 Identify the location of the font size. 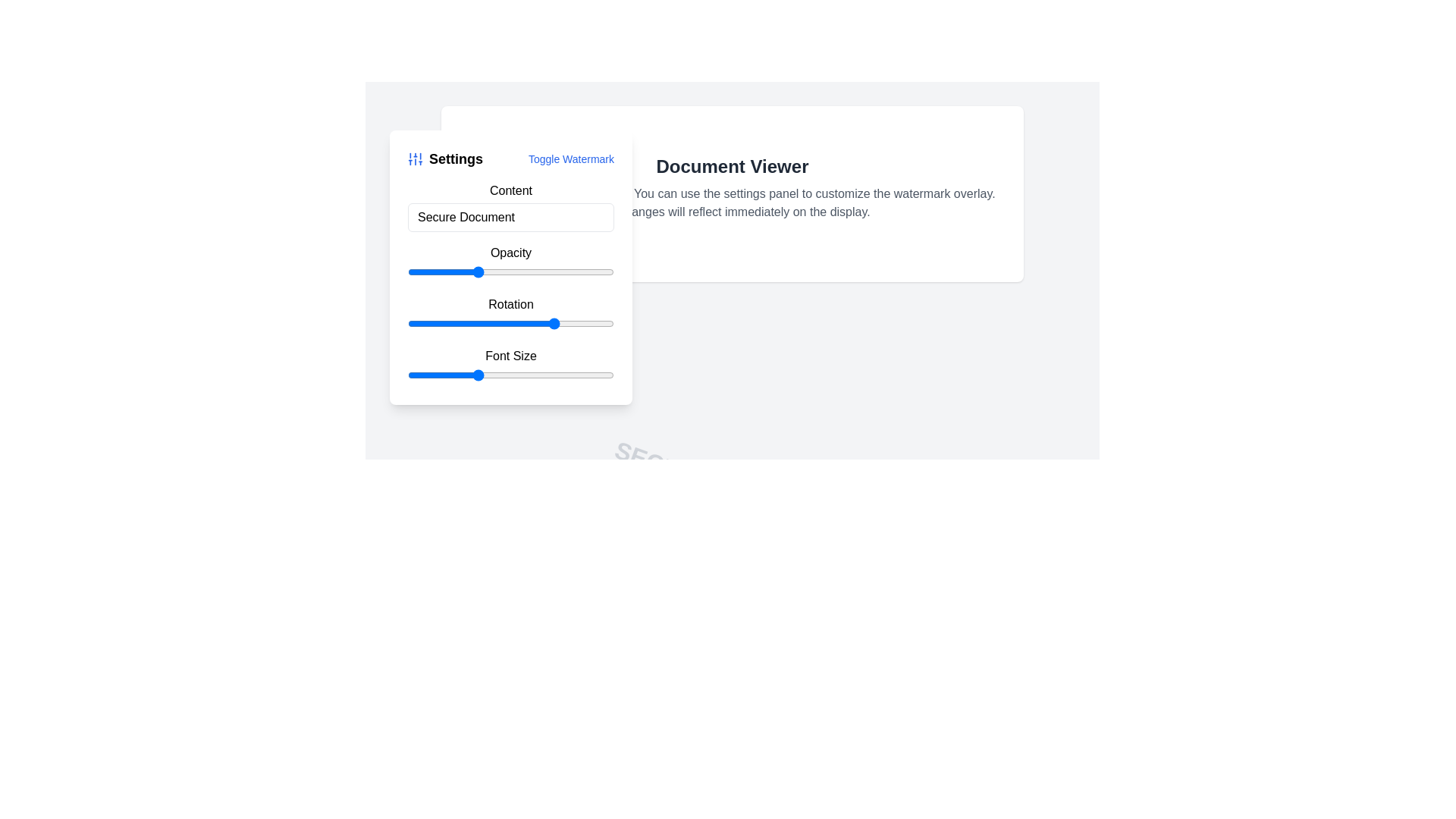
(591, 375).